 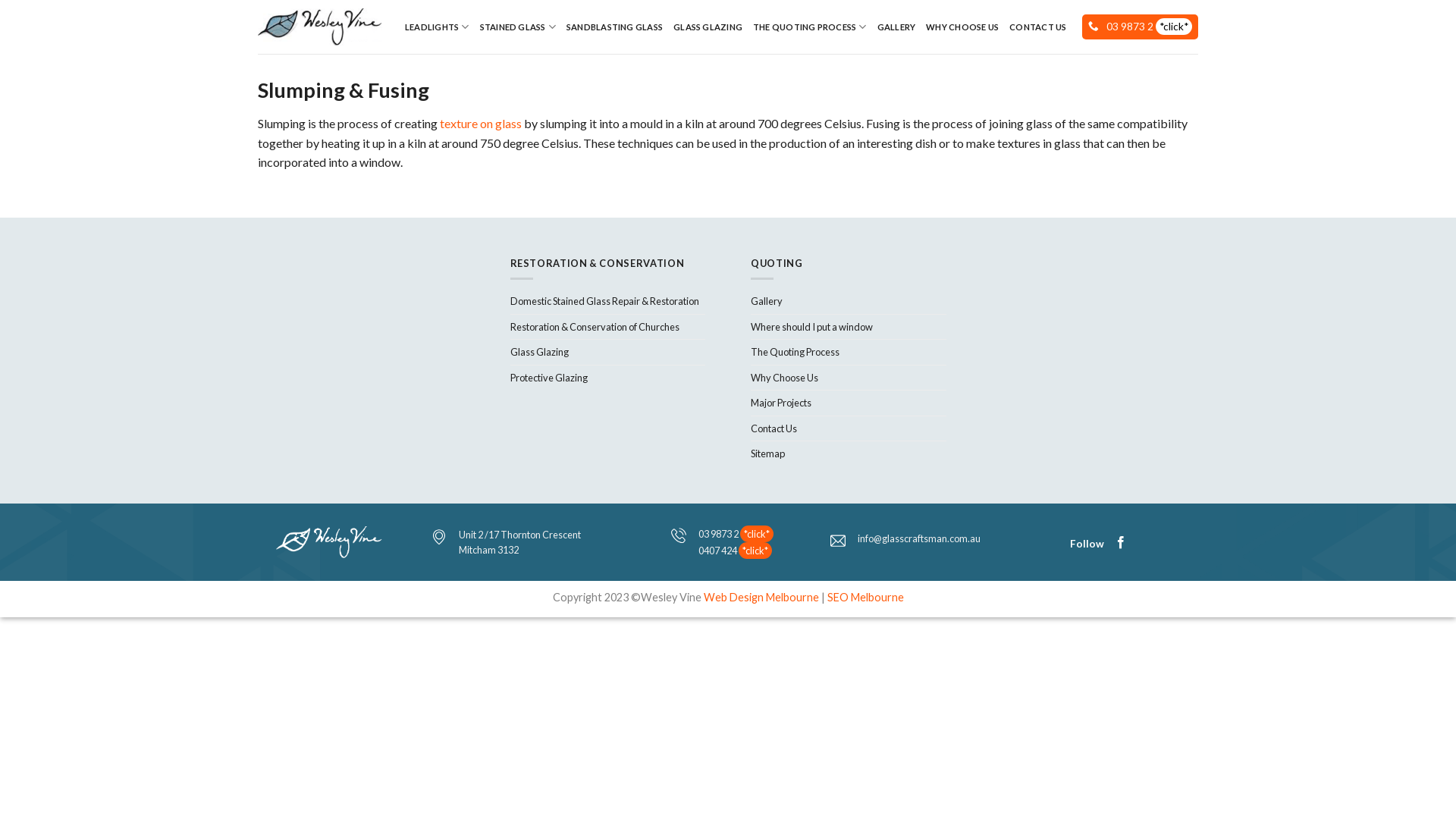 I want to click on '03 9873 2 *click*', so click(x=698, y=533).